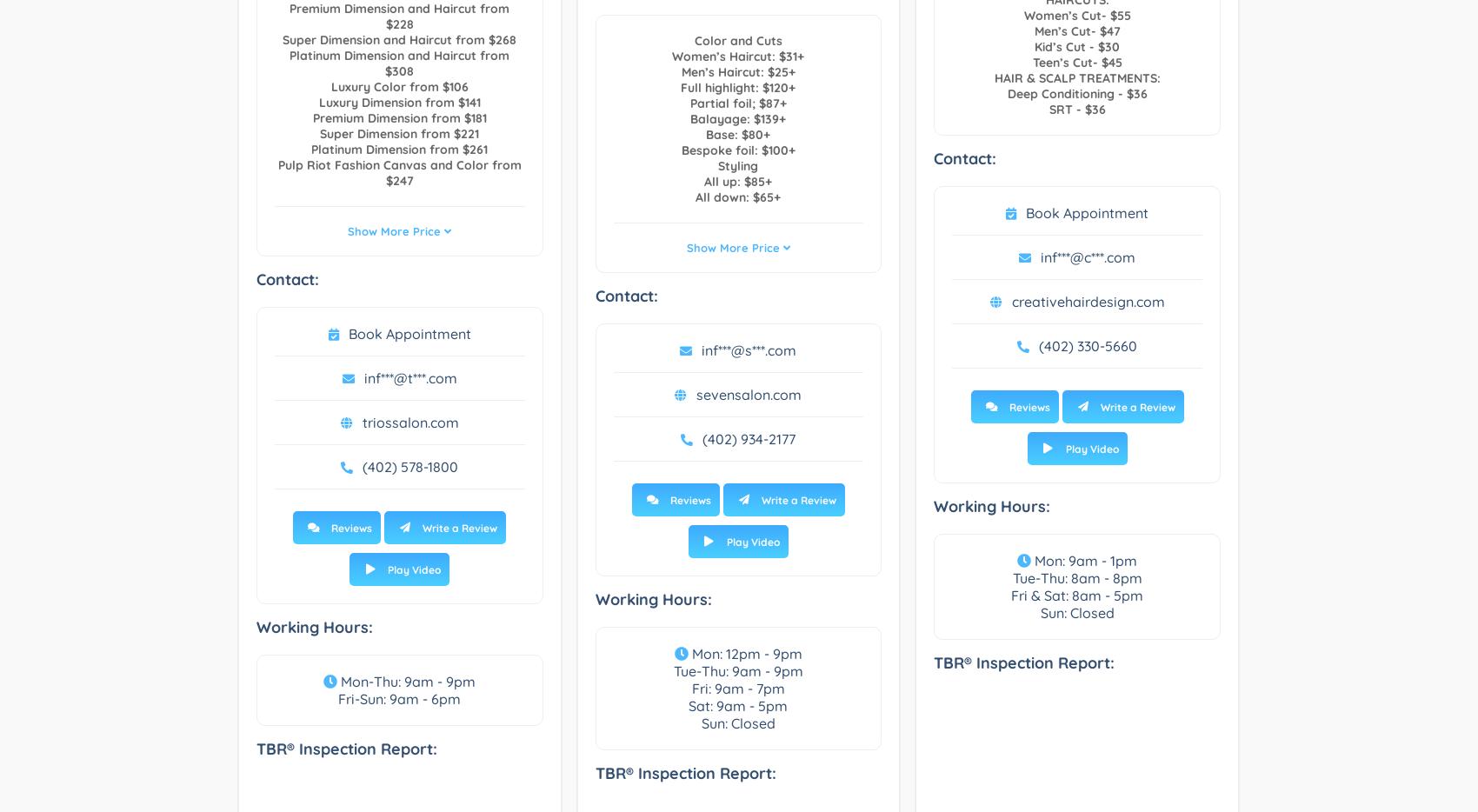 This screenshot has height=812, width=1478. What do you see at coordinates (1082, 561) in the screenshot?
I see `'Mon: 9am - 1pm'` at bounding box center [1082, 561].